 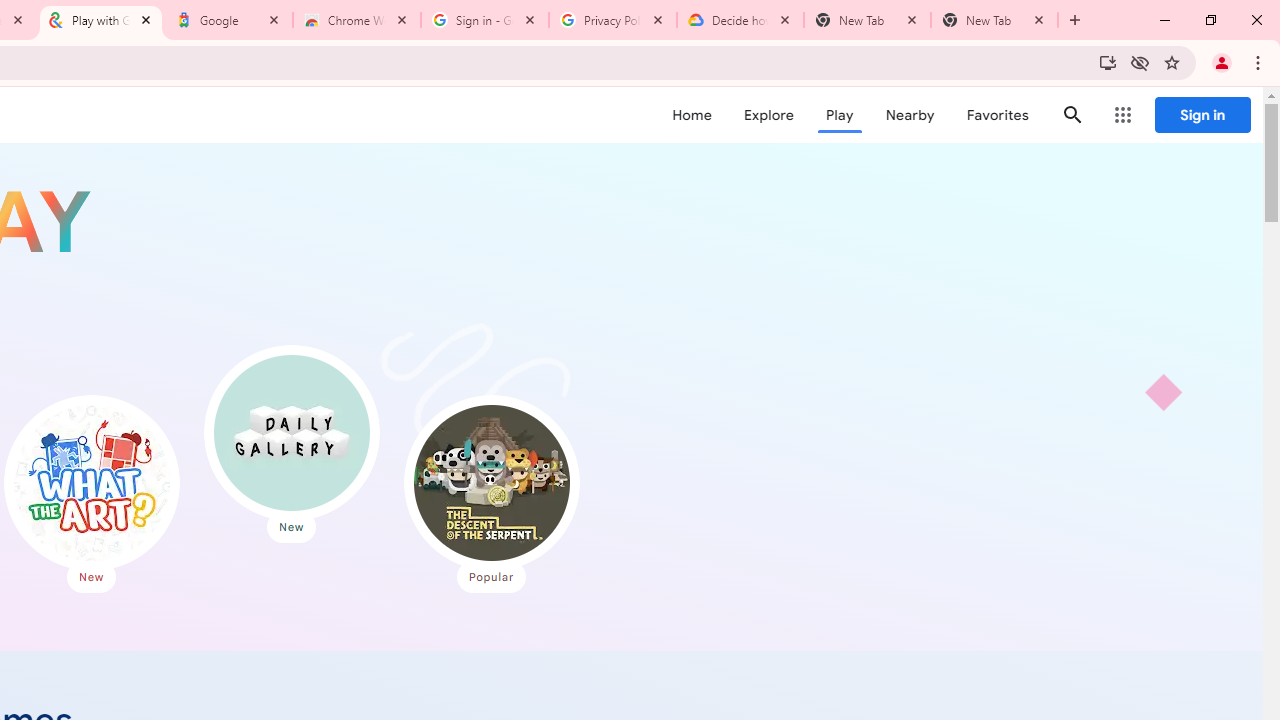 What do you see at coordinates (485, 20) in the screenshot?
I see `'Sign in - Google Accounts'` at bounding box center [485, 20].